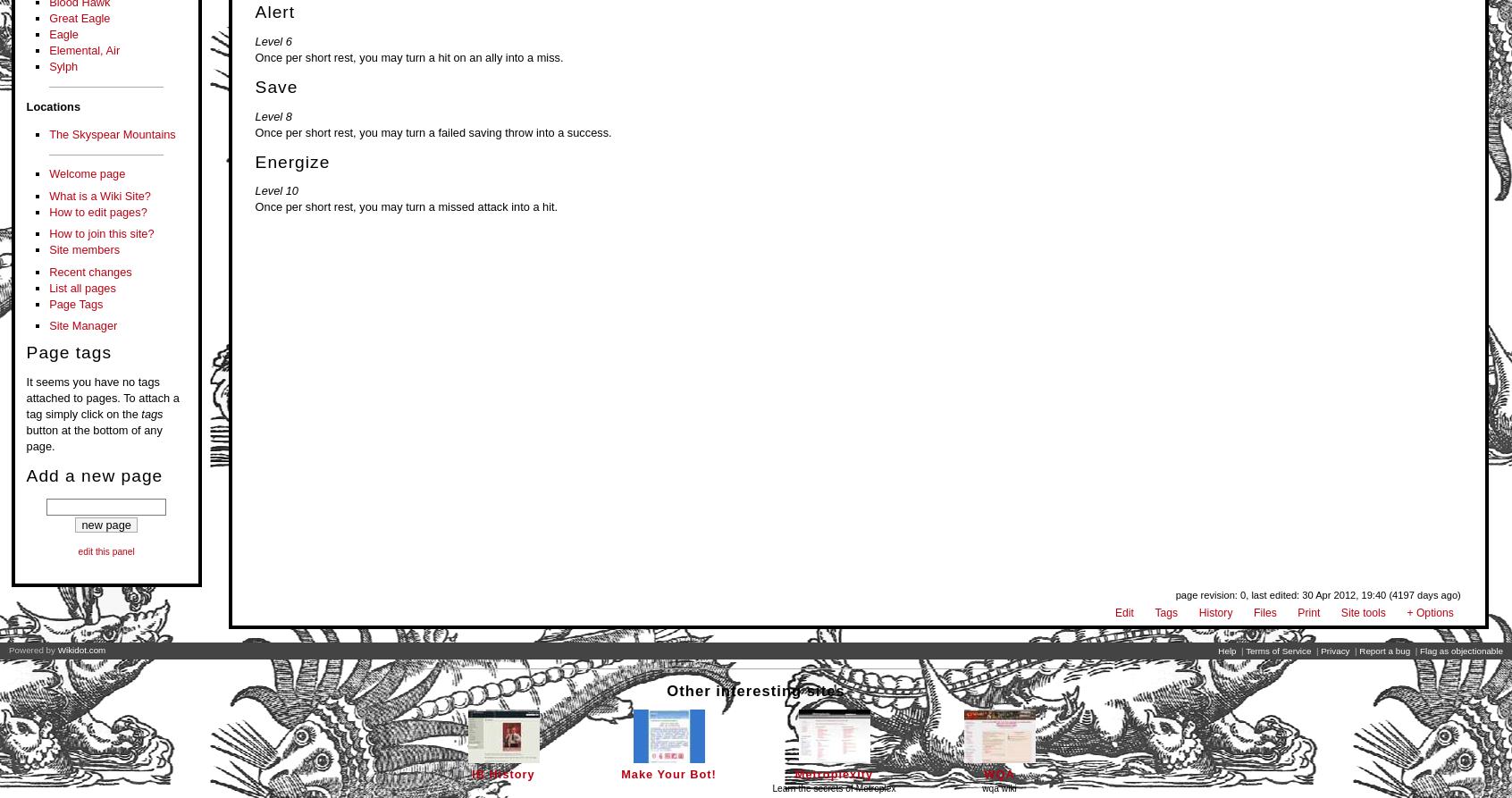 The height and width of the screenshot is (798, 1512). I want to click on 'Terms of Service', so click(1246, 651).